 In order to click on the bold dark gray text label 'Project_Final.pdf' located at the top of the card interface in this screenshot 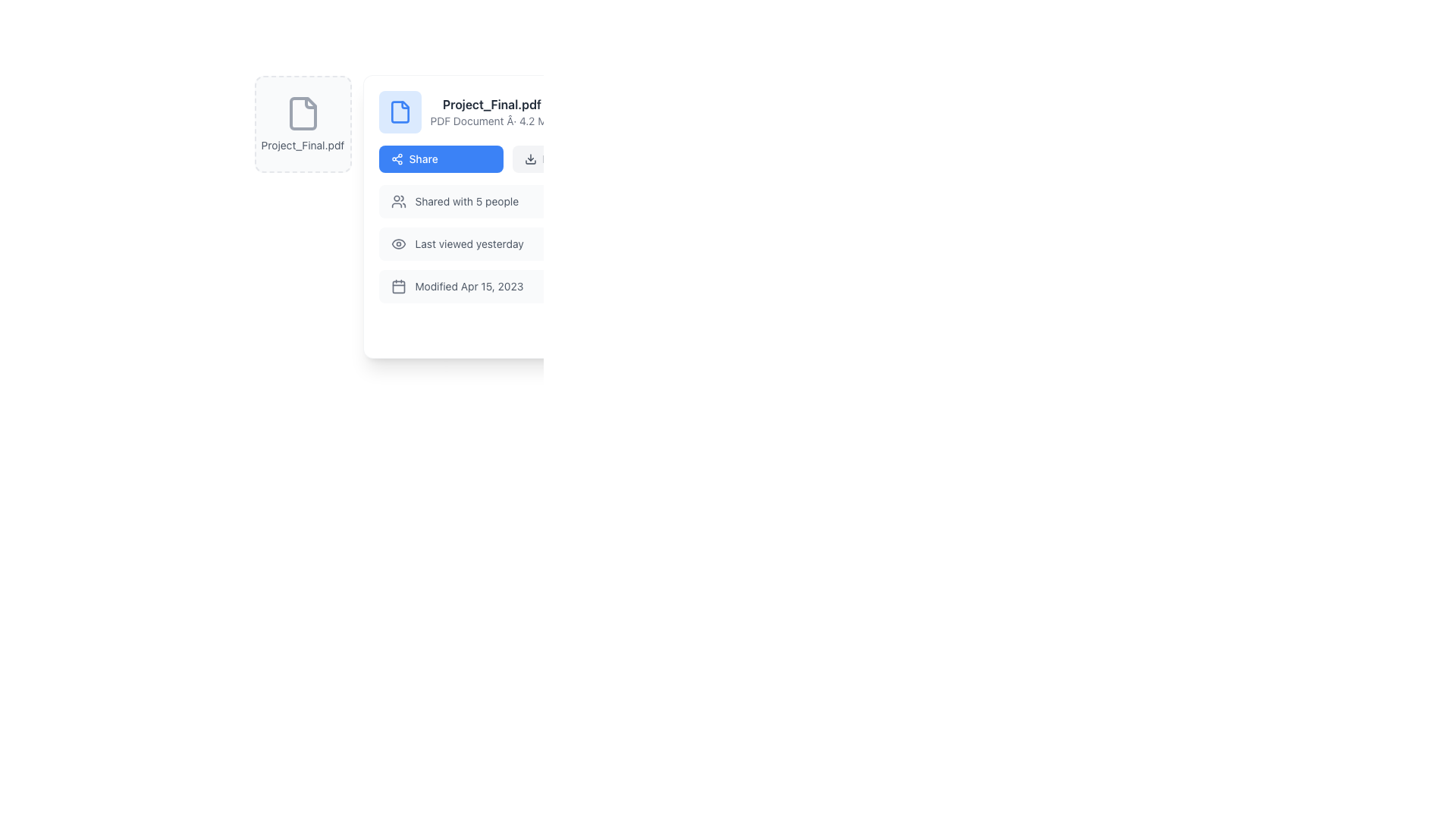, I will do `click(491, 104)`.